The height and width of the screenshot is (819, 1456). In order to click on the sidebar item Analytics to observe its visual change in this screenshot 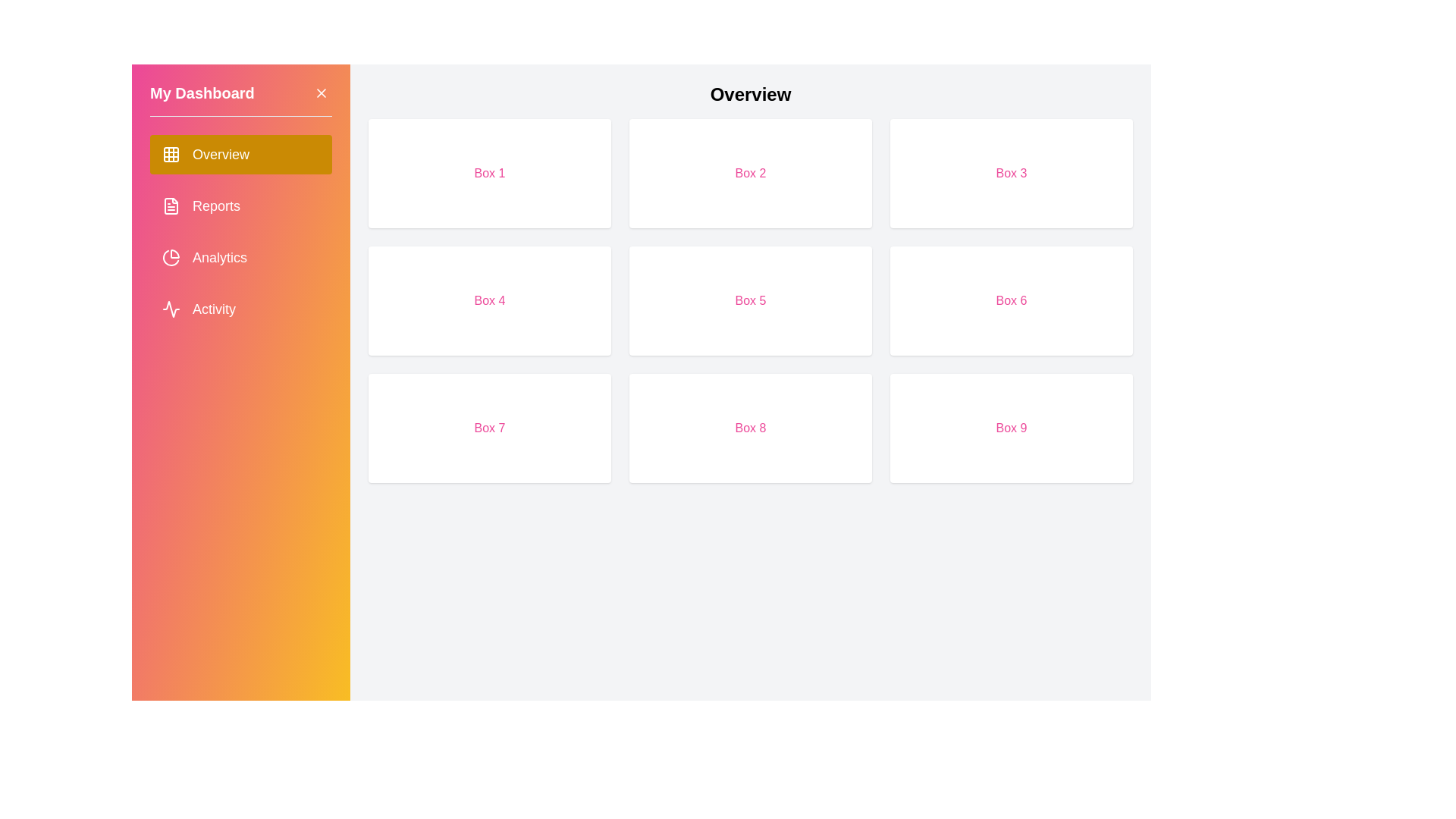, I will do `click(240, 256)`.